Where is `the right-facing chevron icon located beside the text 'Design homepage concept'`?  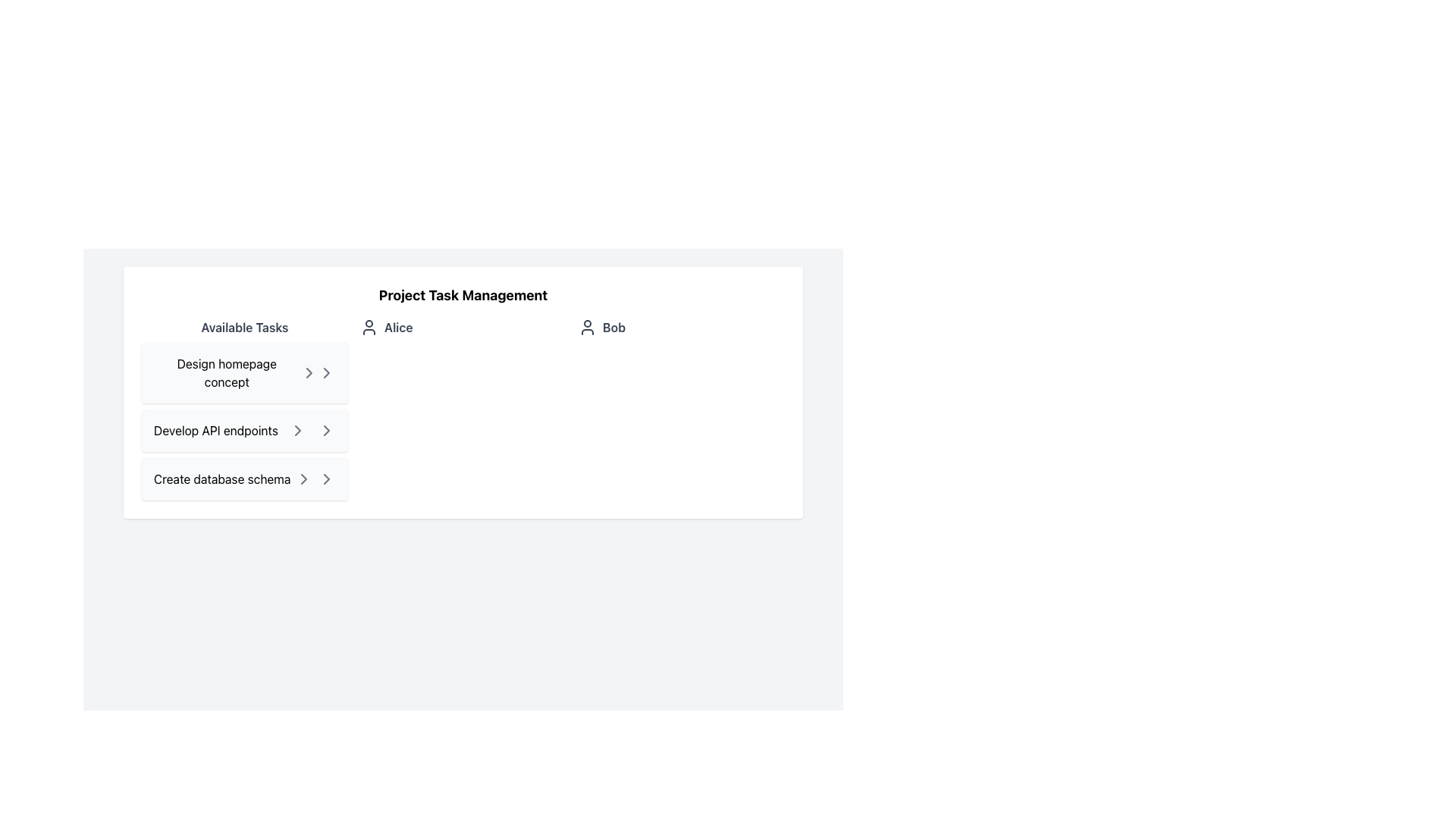
the right-facing chevron icon located beside the text 'Design homepage concept' is located at coordinates (326, 373).